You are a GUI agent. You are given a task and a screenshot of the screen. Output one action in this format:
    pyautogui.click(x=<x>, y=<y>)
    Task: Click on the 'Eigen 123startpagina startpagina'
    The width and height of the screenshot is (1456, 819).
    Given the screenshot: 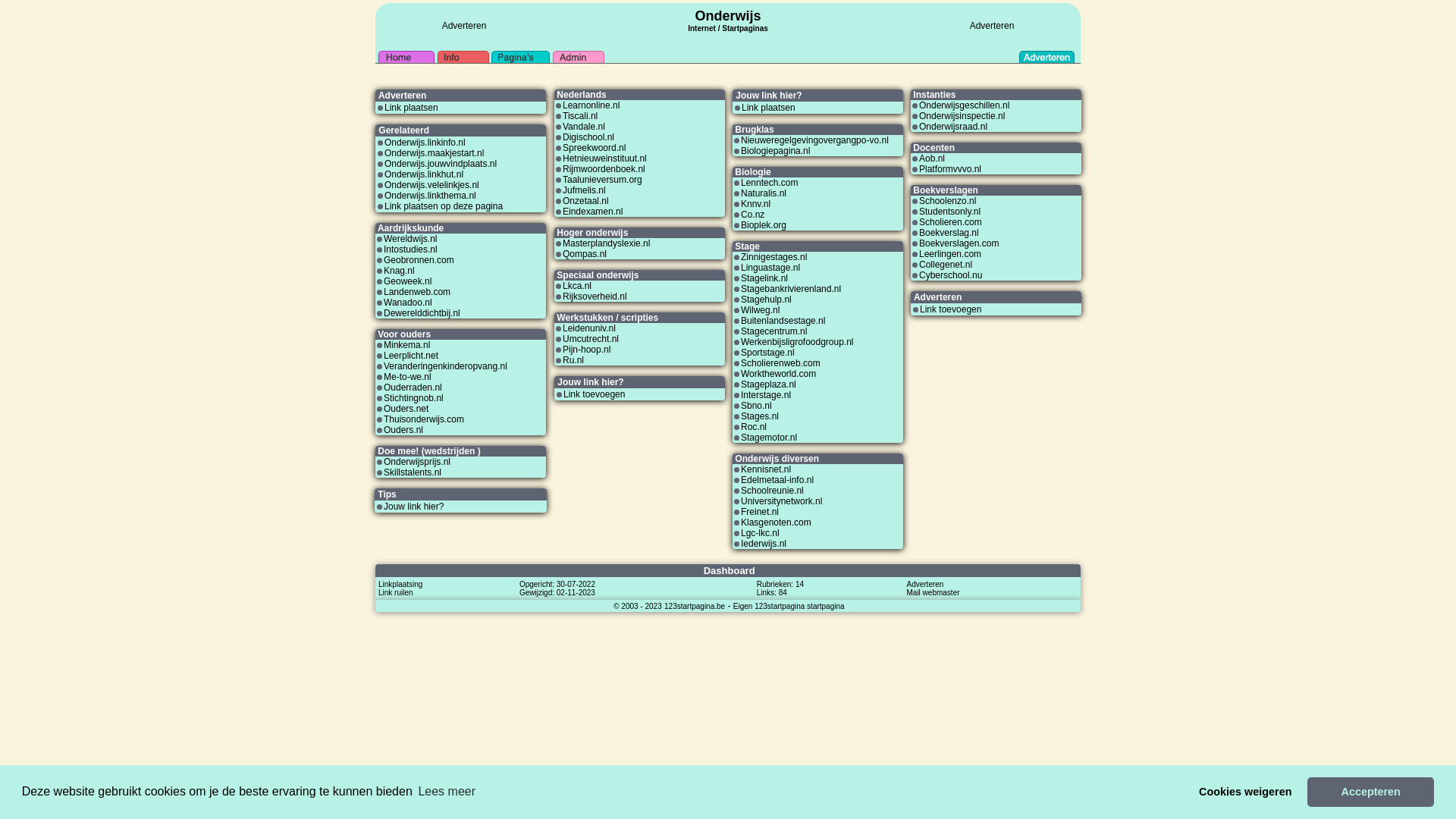 What is the action you would take?
    pyautogui.click(x=733, y=604)
    